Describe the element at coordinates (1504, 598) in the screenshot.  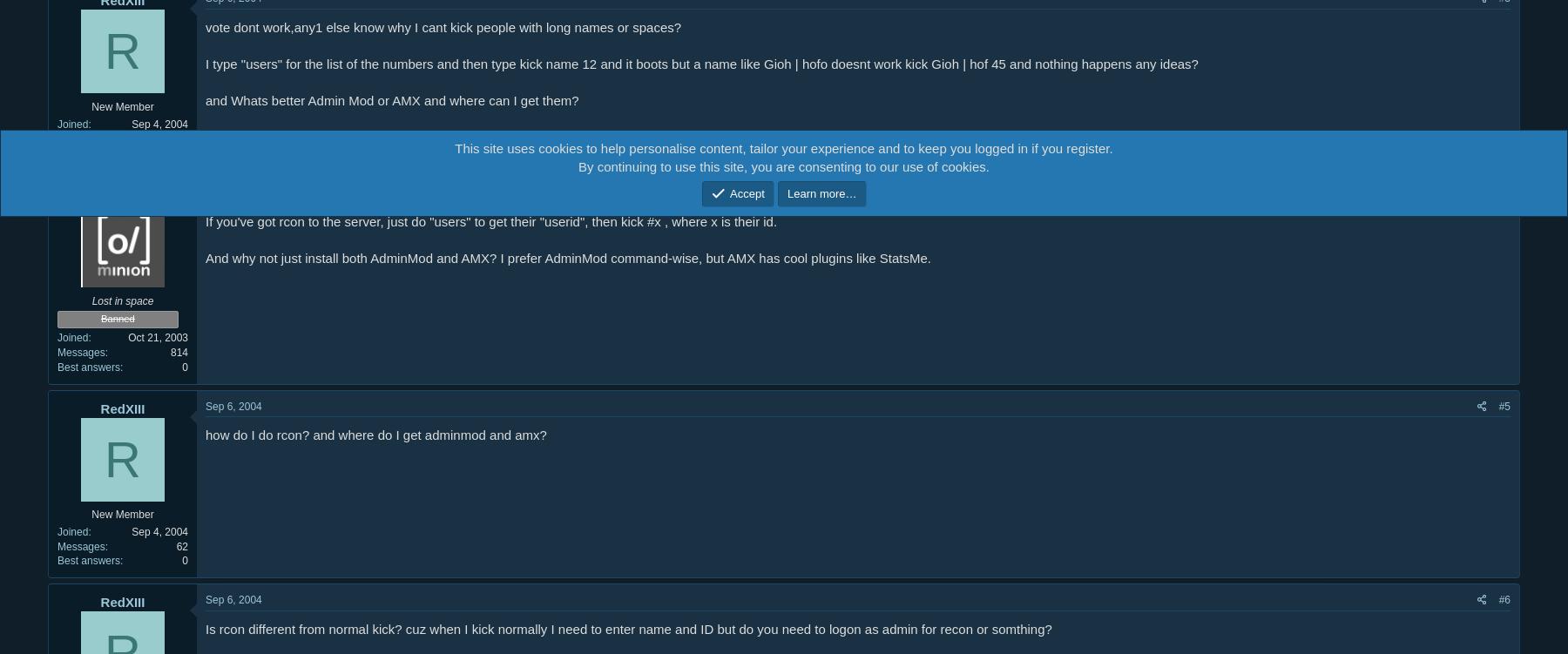
I see `'#6'` at that location.